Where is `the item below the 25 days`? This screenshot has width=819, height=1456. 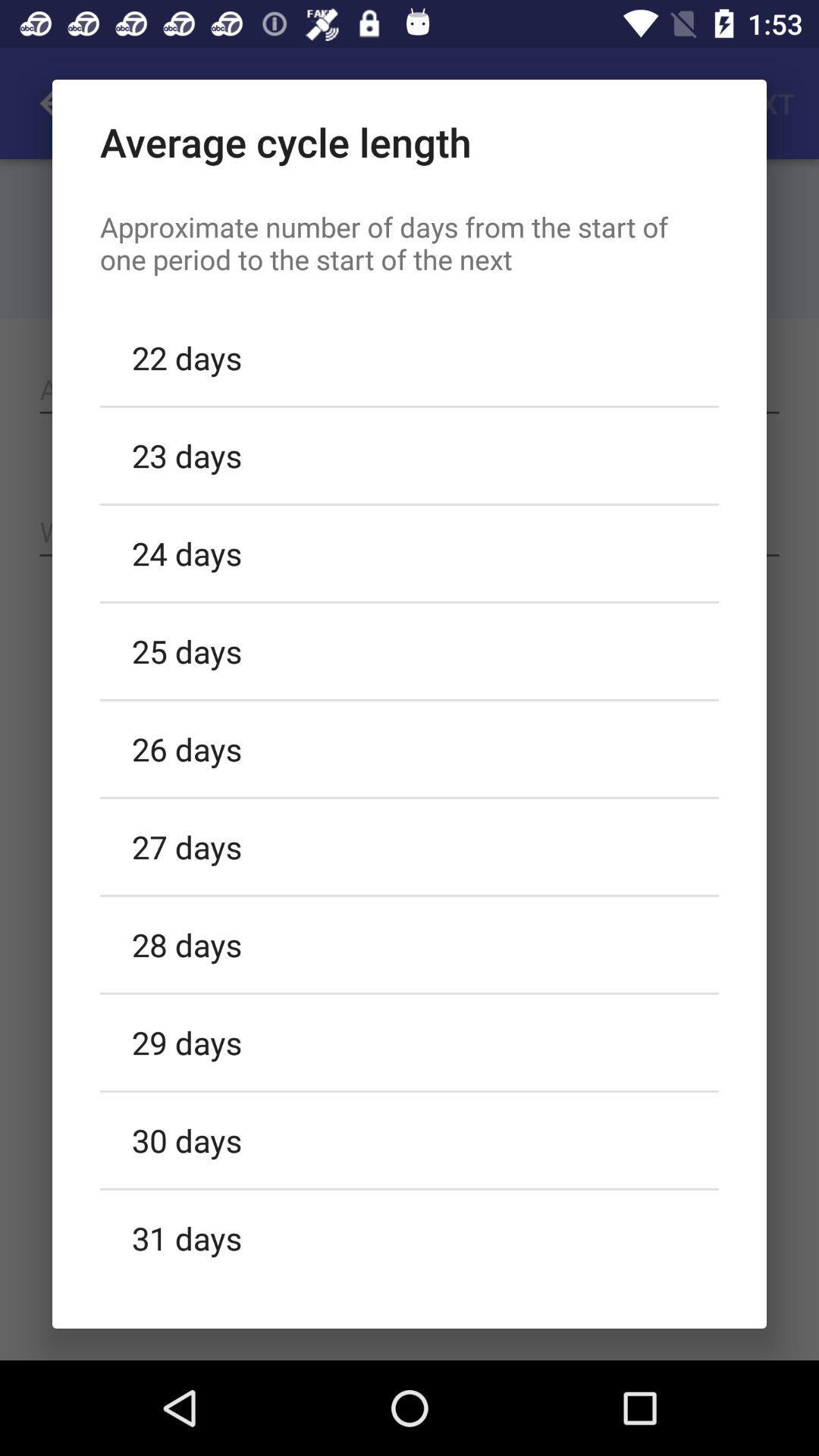 the item below the 25 days is located at coordinates (409, 748).